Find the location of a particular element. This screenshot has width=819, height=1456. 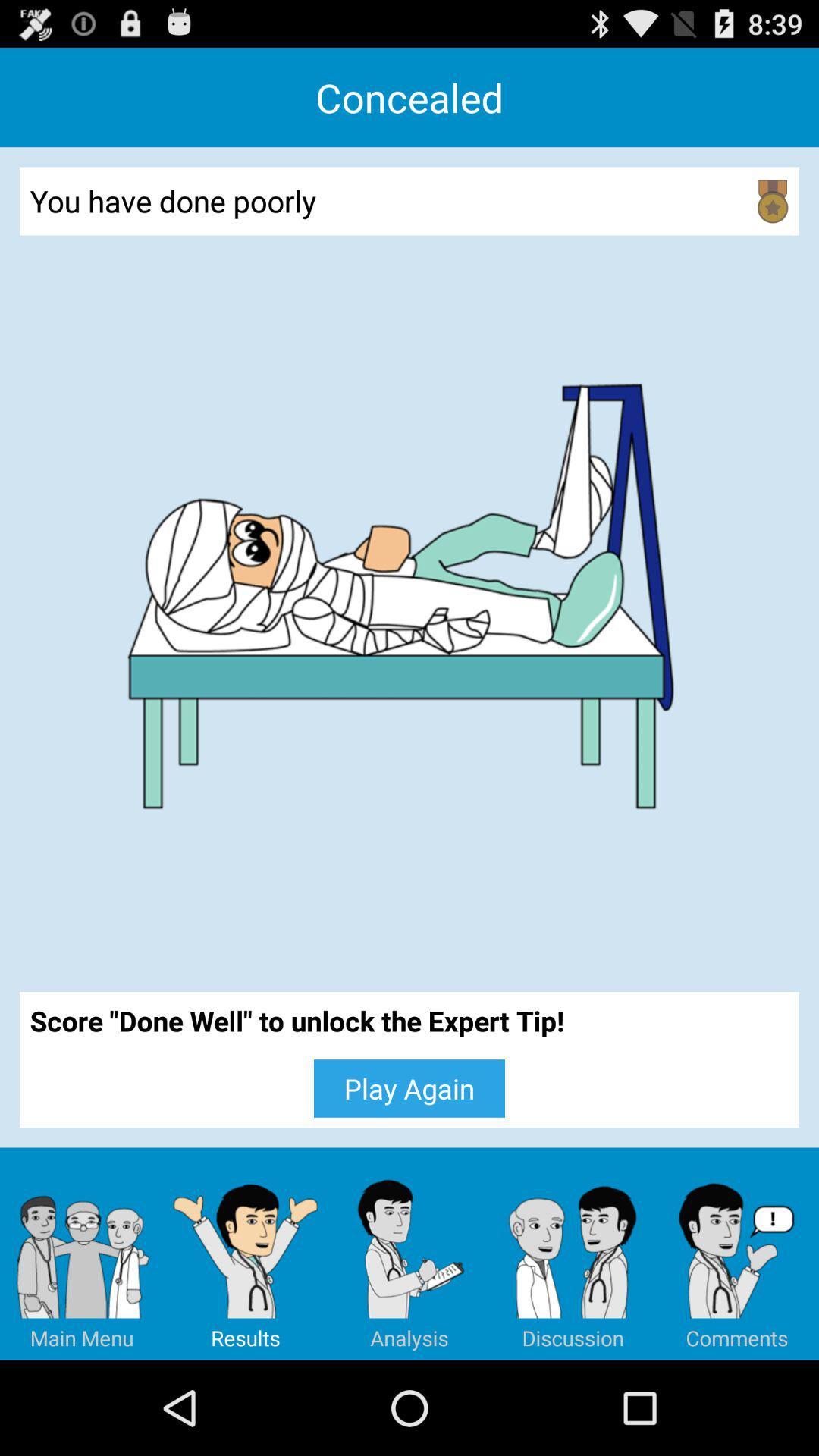

the play again icon is located at coordinates (409, 1087).